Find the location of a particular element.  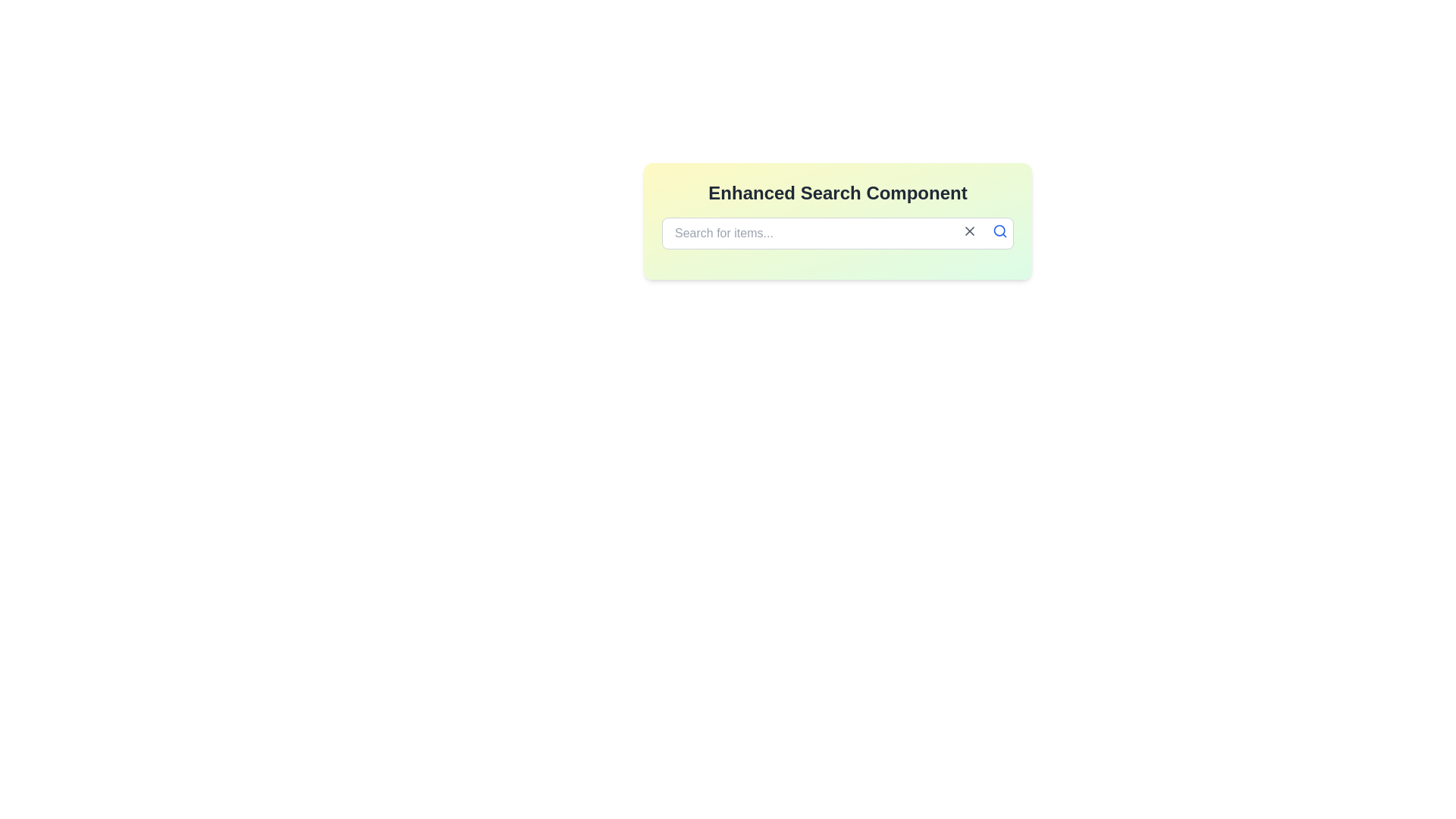

to select any text in the horizontal text input field styled with rounded corners and bordered by a light gray line, which has the placeholder text 'Search for items...' is located at coordinates (836, 234).